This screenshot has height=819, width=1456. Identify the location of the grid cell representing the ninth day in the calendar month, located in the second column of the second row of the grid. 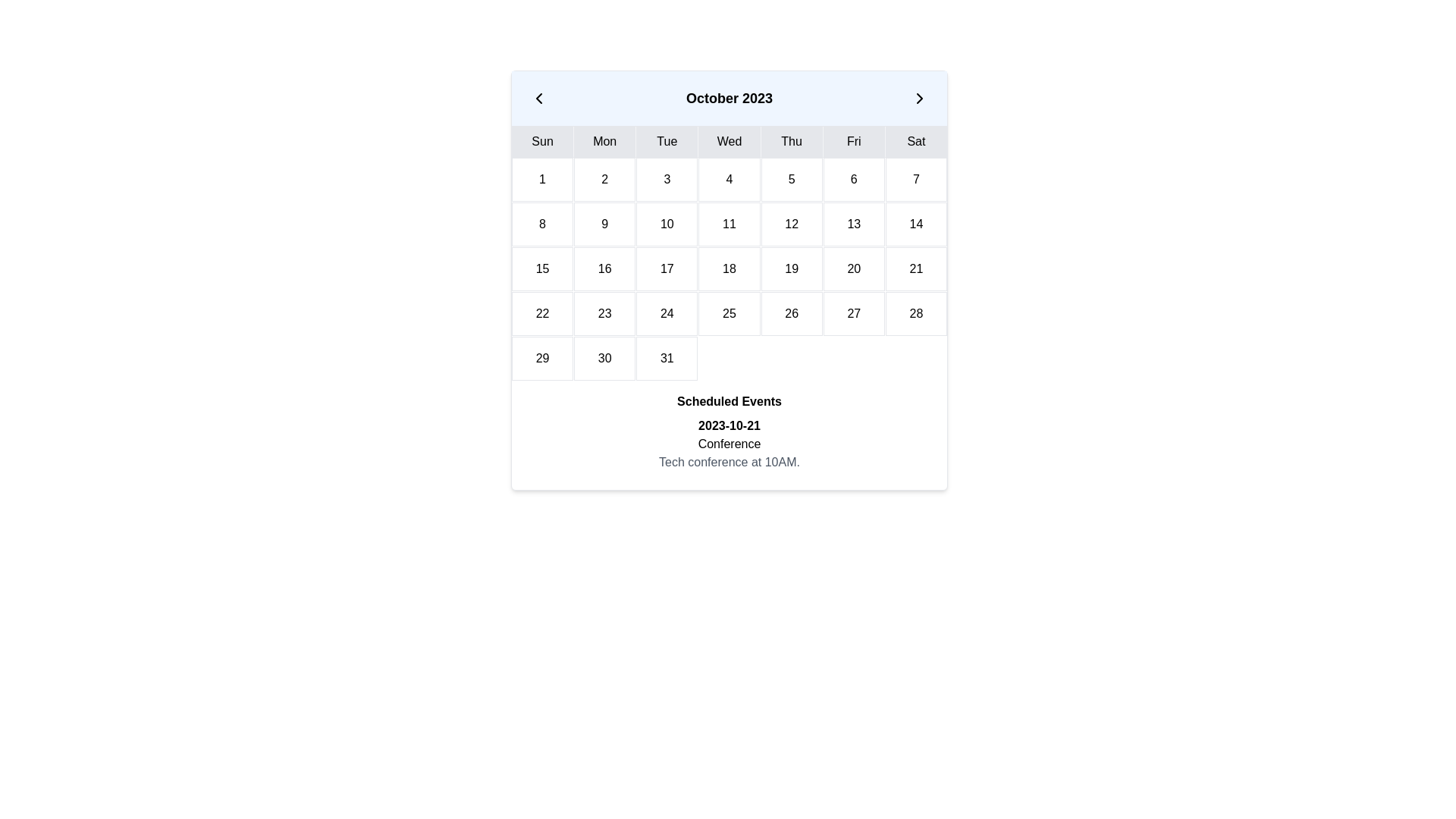
(604, 224).